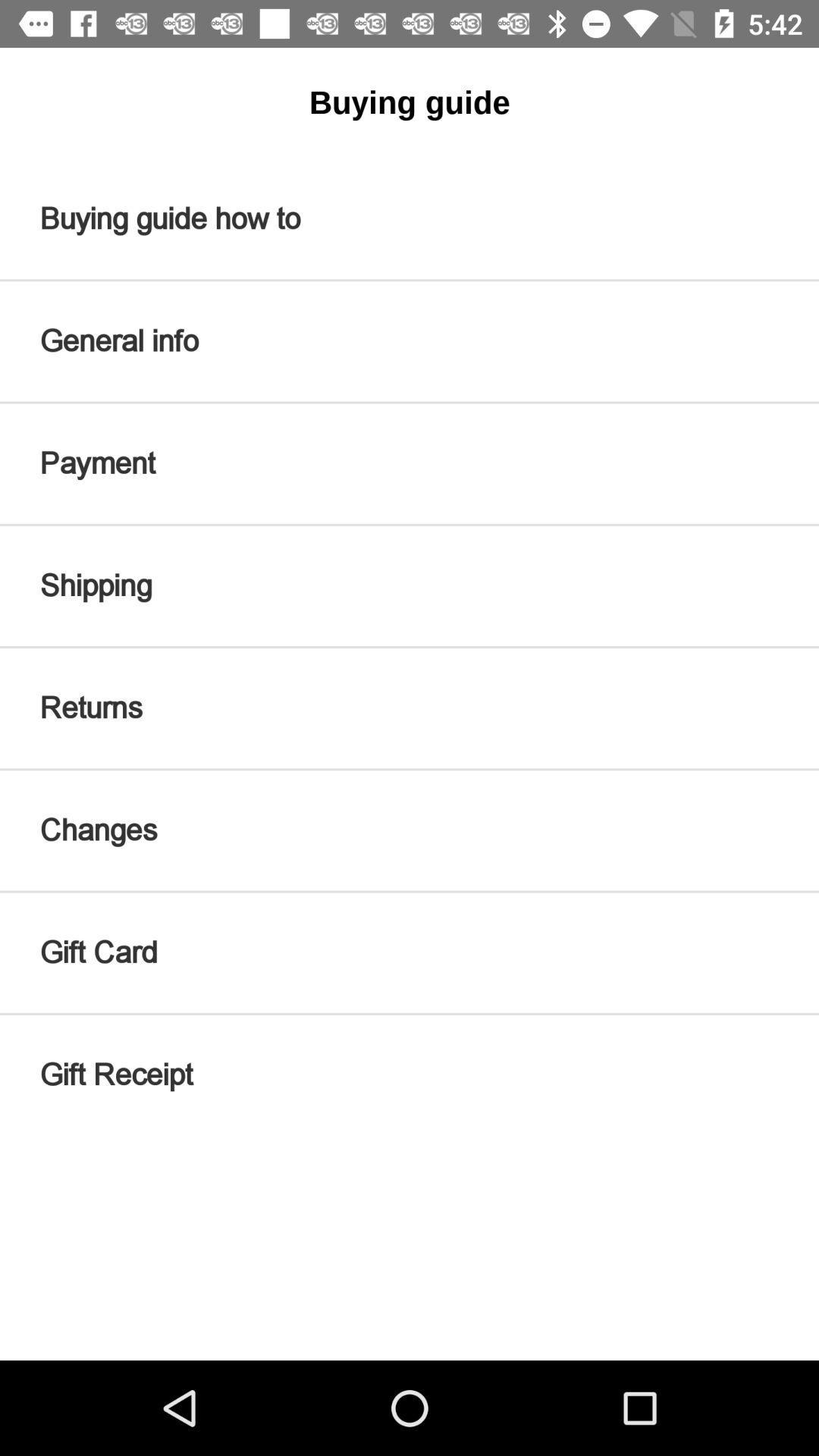 This screenshot has width=819, height=1456. Describe the element at coordinates (409, 830) in the screenshot. I see `the changes icon` at that location.